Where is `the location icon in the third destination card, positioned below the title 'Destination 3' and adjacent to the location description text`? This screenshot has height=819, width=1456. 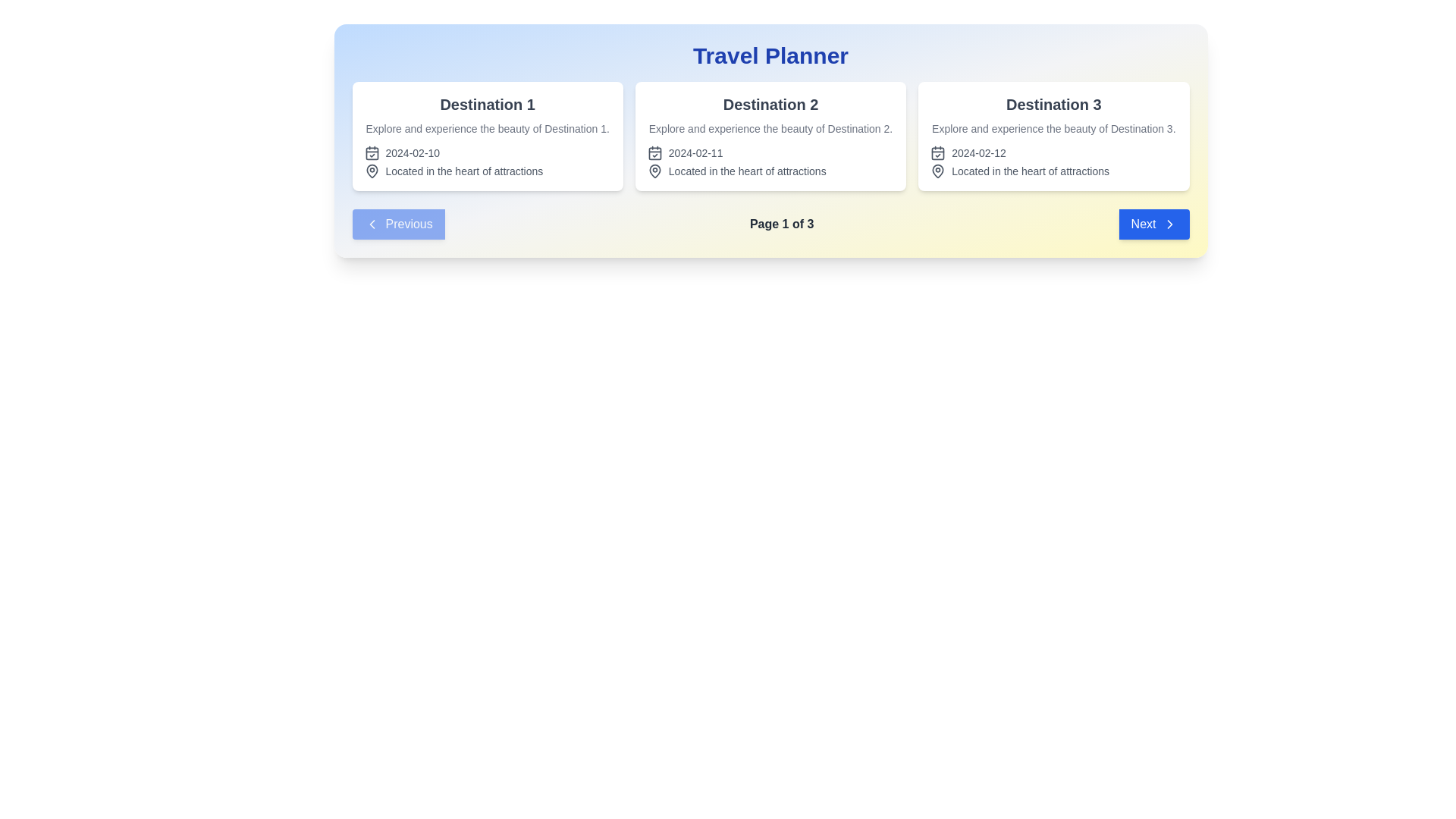
the location icon in the third destination card, positioned below the title 'Destination 3' and adjacent to the location description text is located at coordinates (937, 171).